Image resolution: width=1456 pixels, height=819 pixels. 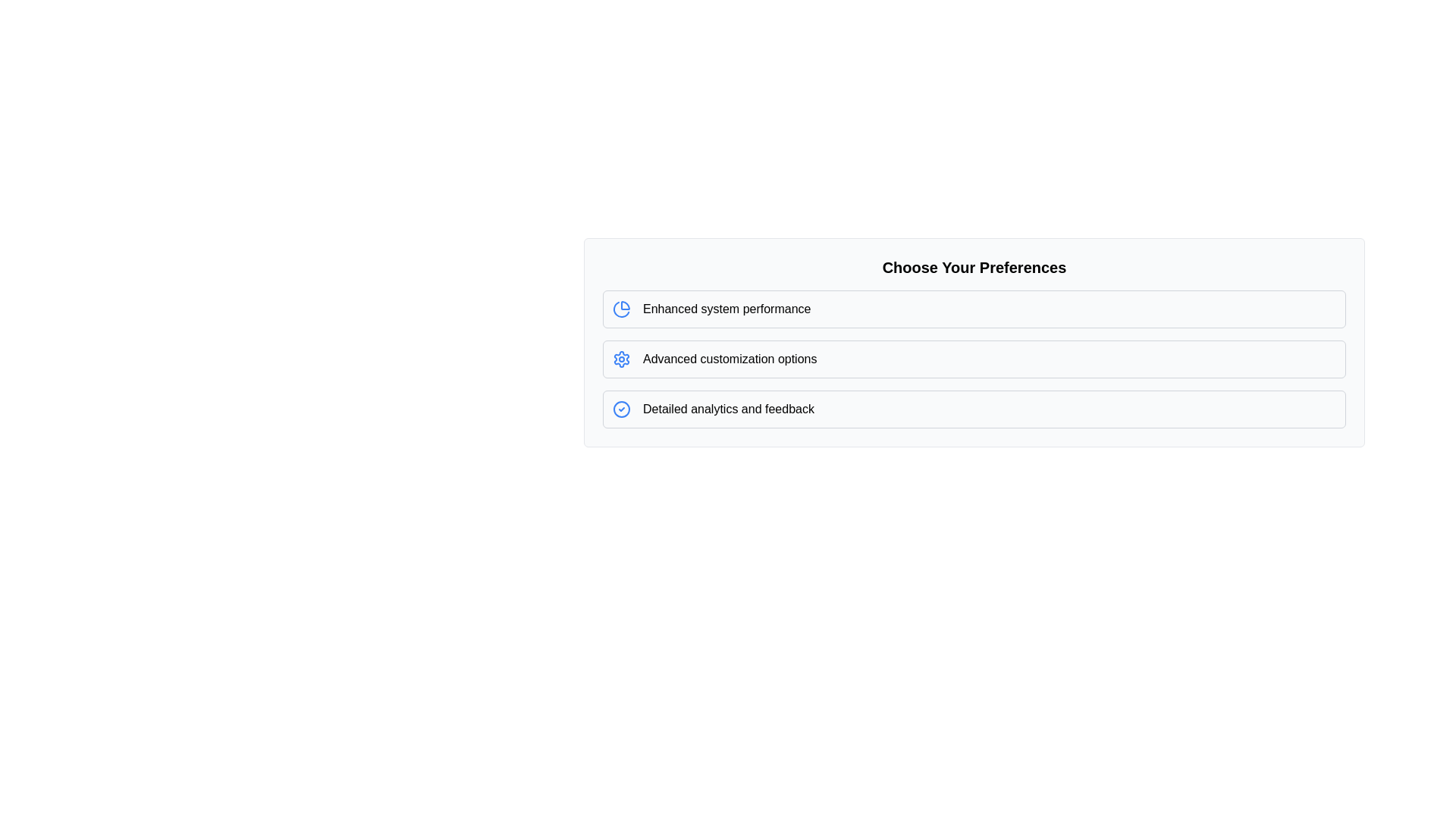 I want to click on the leftmost icon indicating the selection of 'Detailed analytics and feedback' for status indication, so click(x=622, y=409).